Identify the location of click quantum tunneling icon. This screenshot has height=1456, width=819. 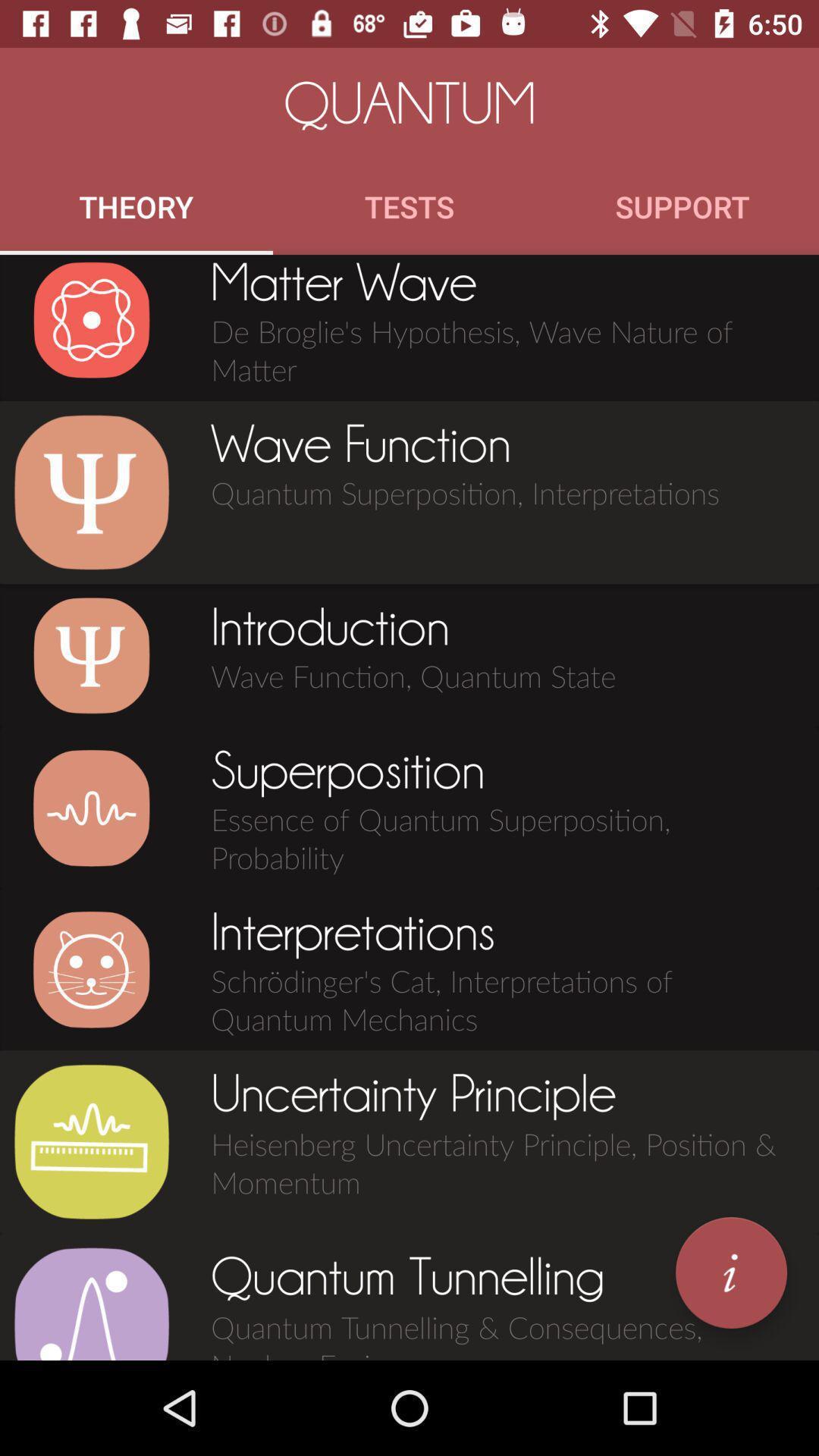
(91, 1302).